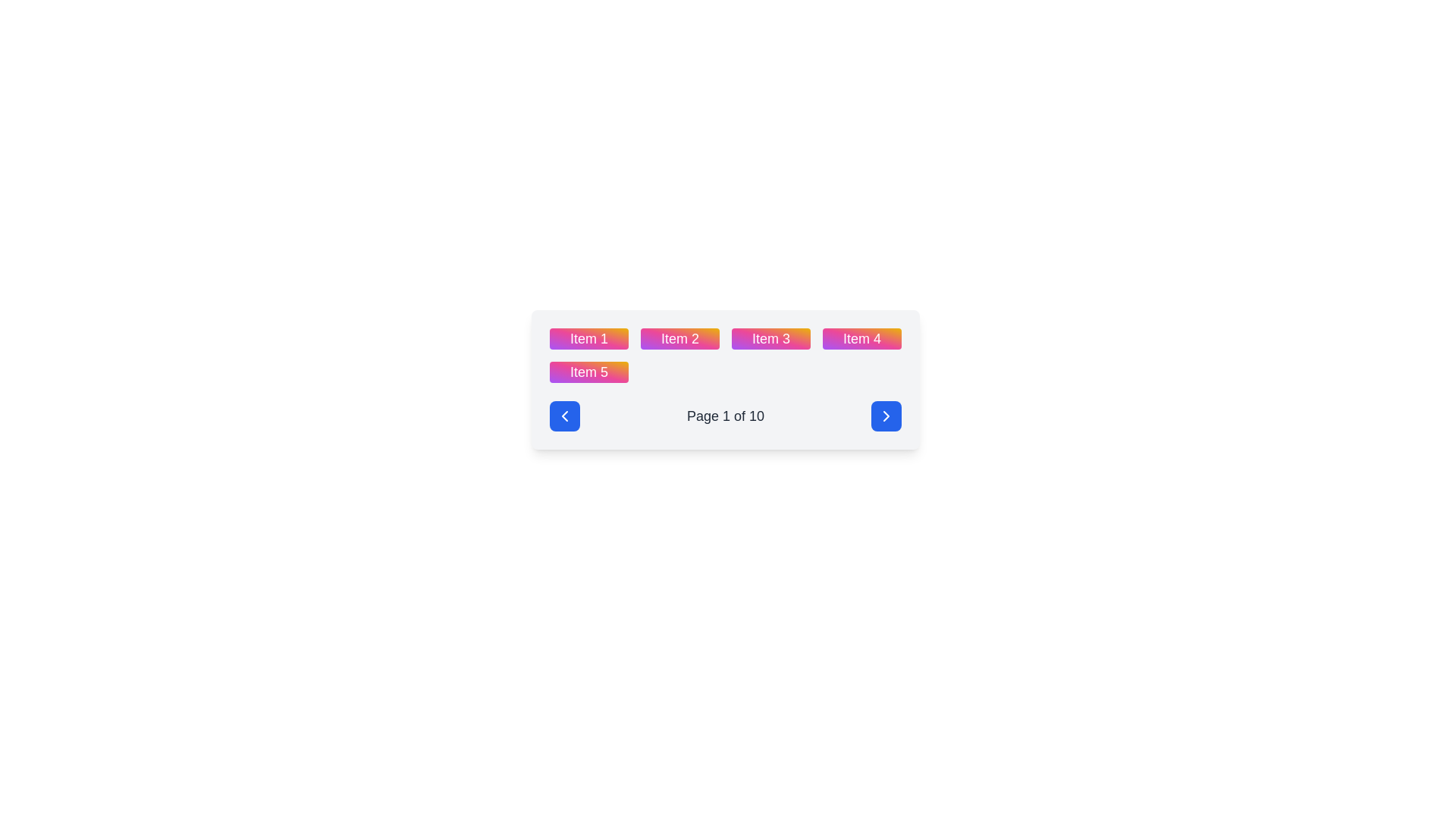  What do you see at coordinates (679, 338) in the screenshot?
I see `the button labeled 'Item 2', which is the second button in a row of five buttons in a grid layout, positioned between 'Item 1' and 'Item 3'` at bounding box center [679, 338].